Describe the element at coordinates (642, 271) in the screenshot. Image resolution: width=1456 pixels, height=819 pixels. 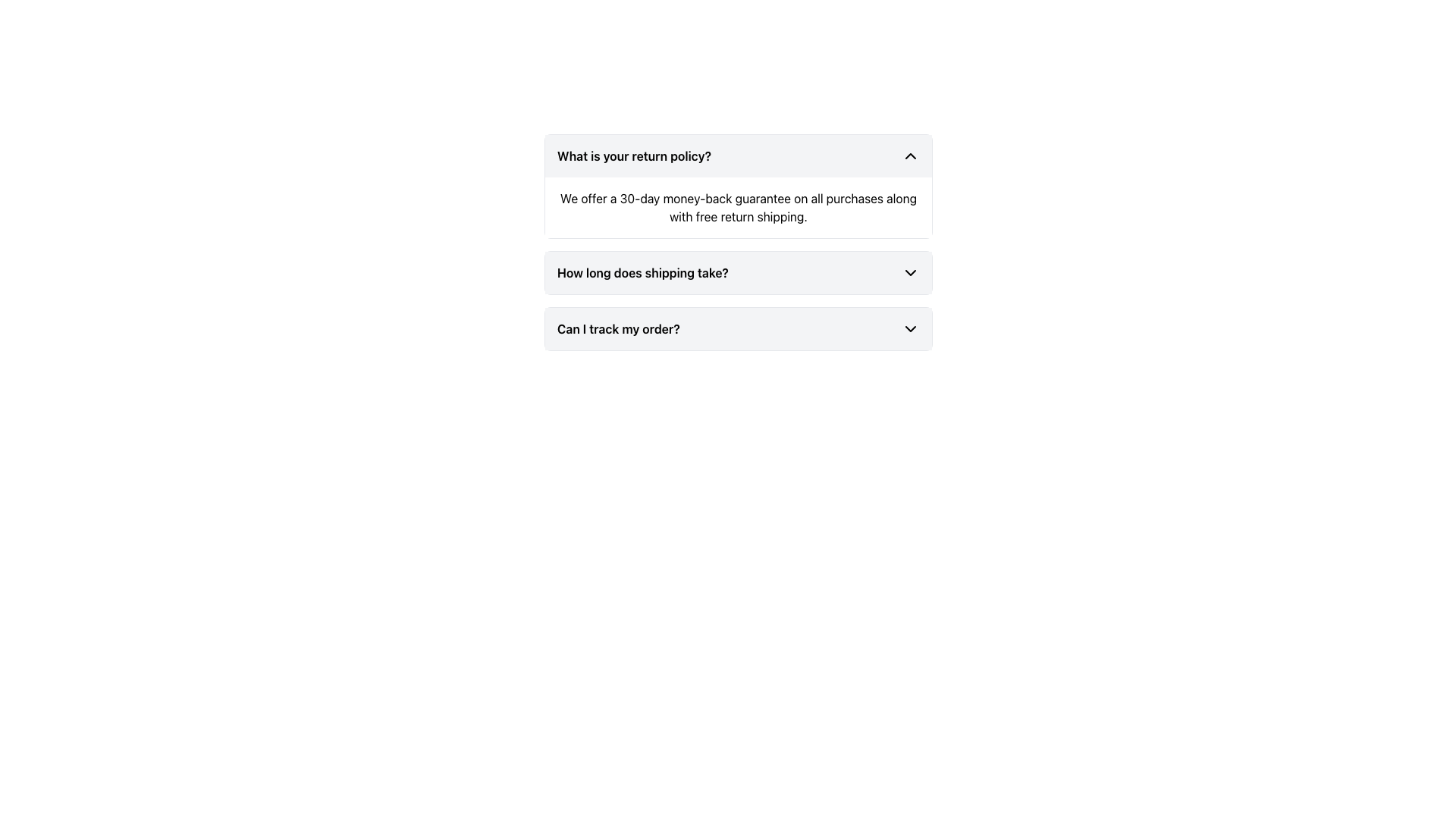
I see `the text label that reads 'How long does shipping take?'` at that location.